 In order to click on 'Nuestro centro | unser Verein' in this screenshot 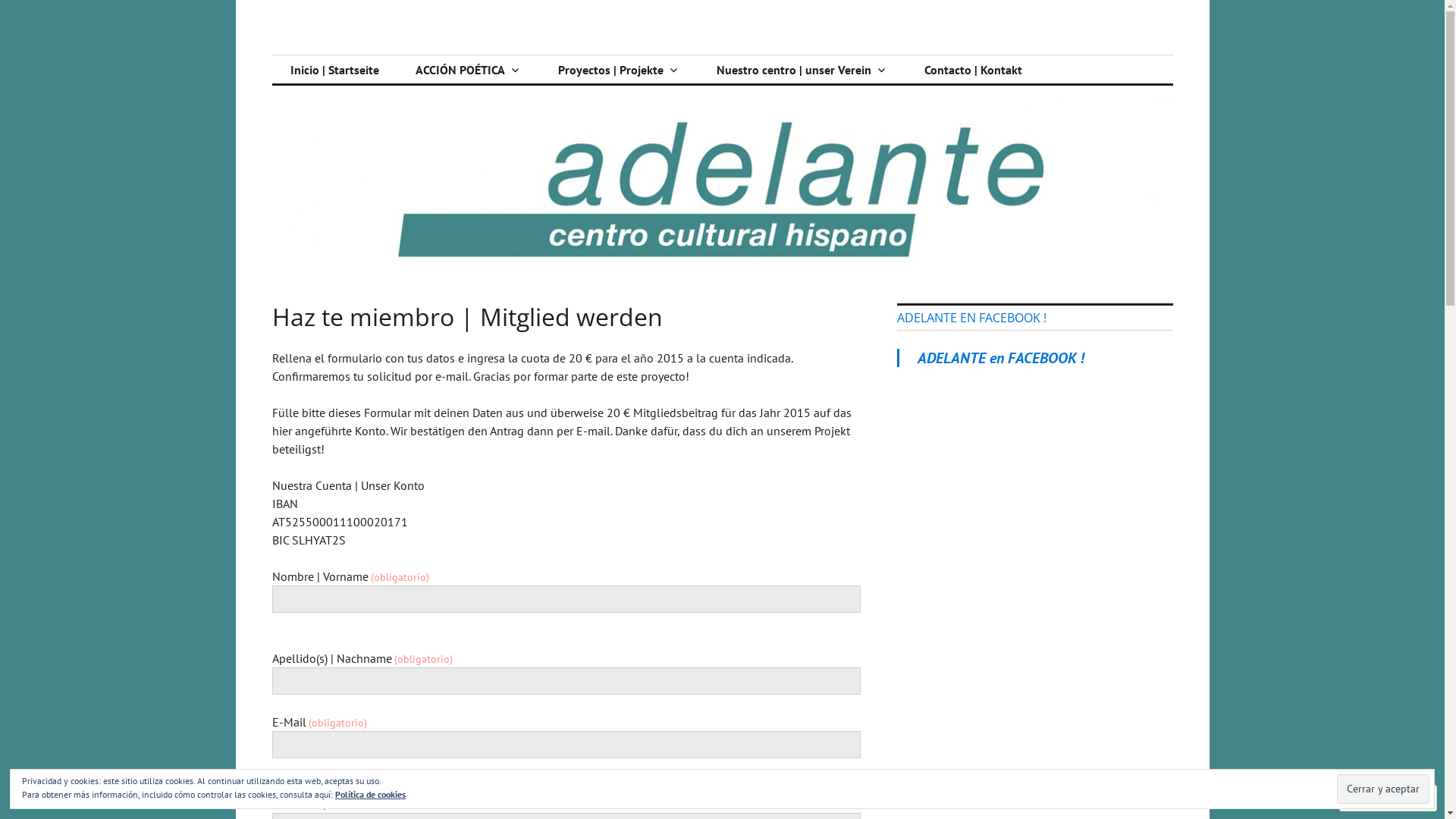, I will do `click(800, 70)`.